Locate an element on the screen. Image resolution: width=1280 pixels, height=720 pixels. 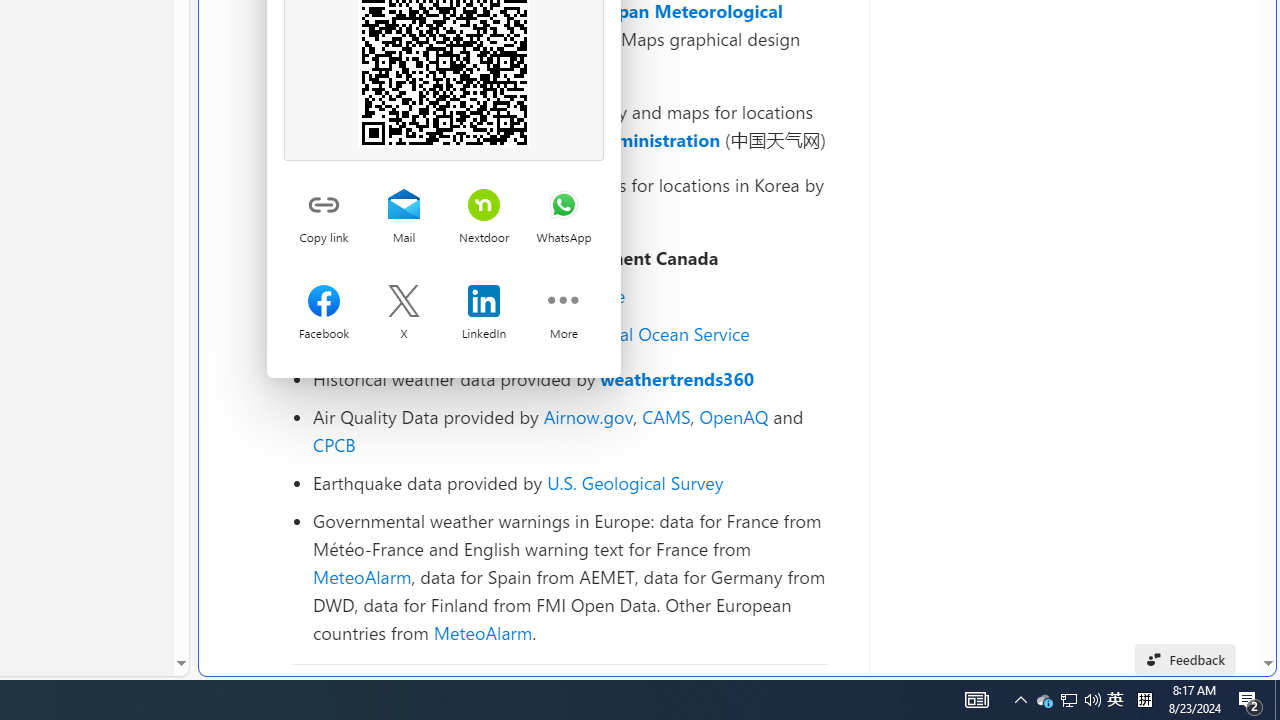
'Share on whatsapp' is located at coordinates (562, 206).